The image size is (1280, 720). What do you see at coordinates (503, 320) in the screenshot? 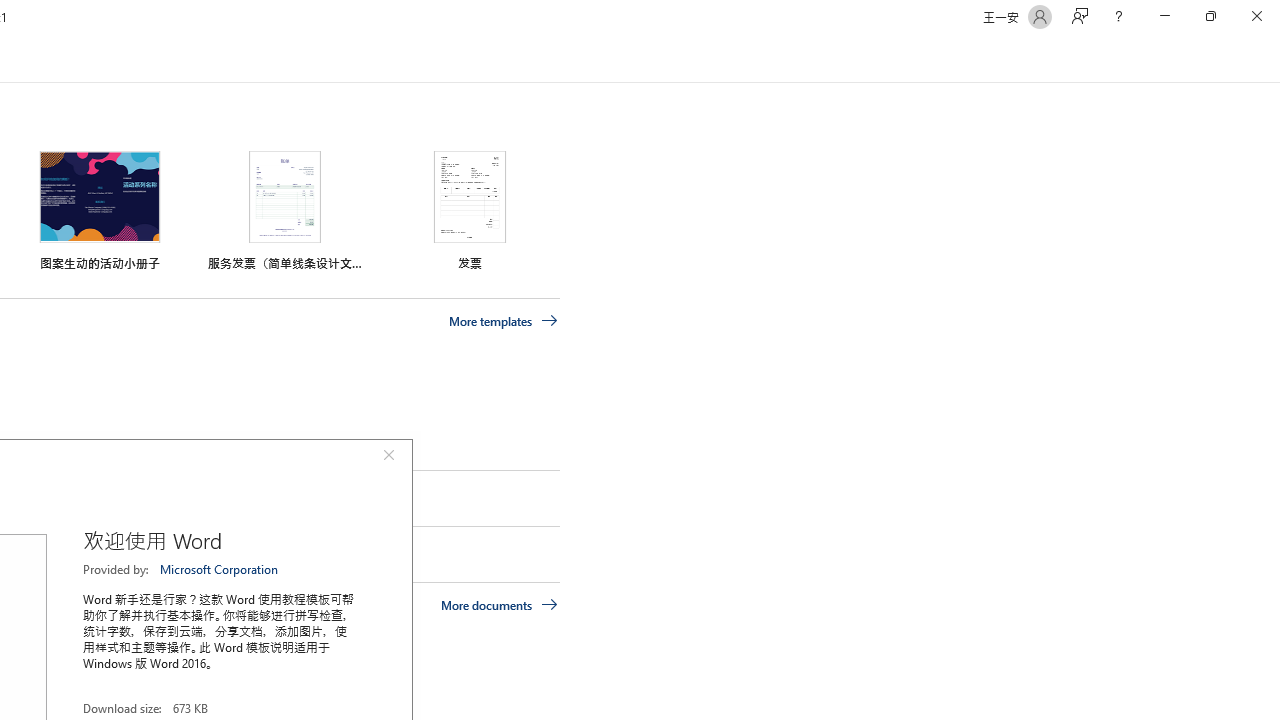
I see `'More templates'` at bounding box center [503, 320].